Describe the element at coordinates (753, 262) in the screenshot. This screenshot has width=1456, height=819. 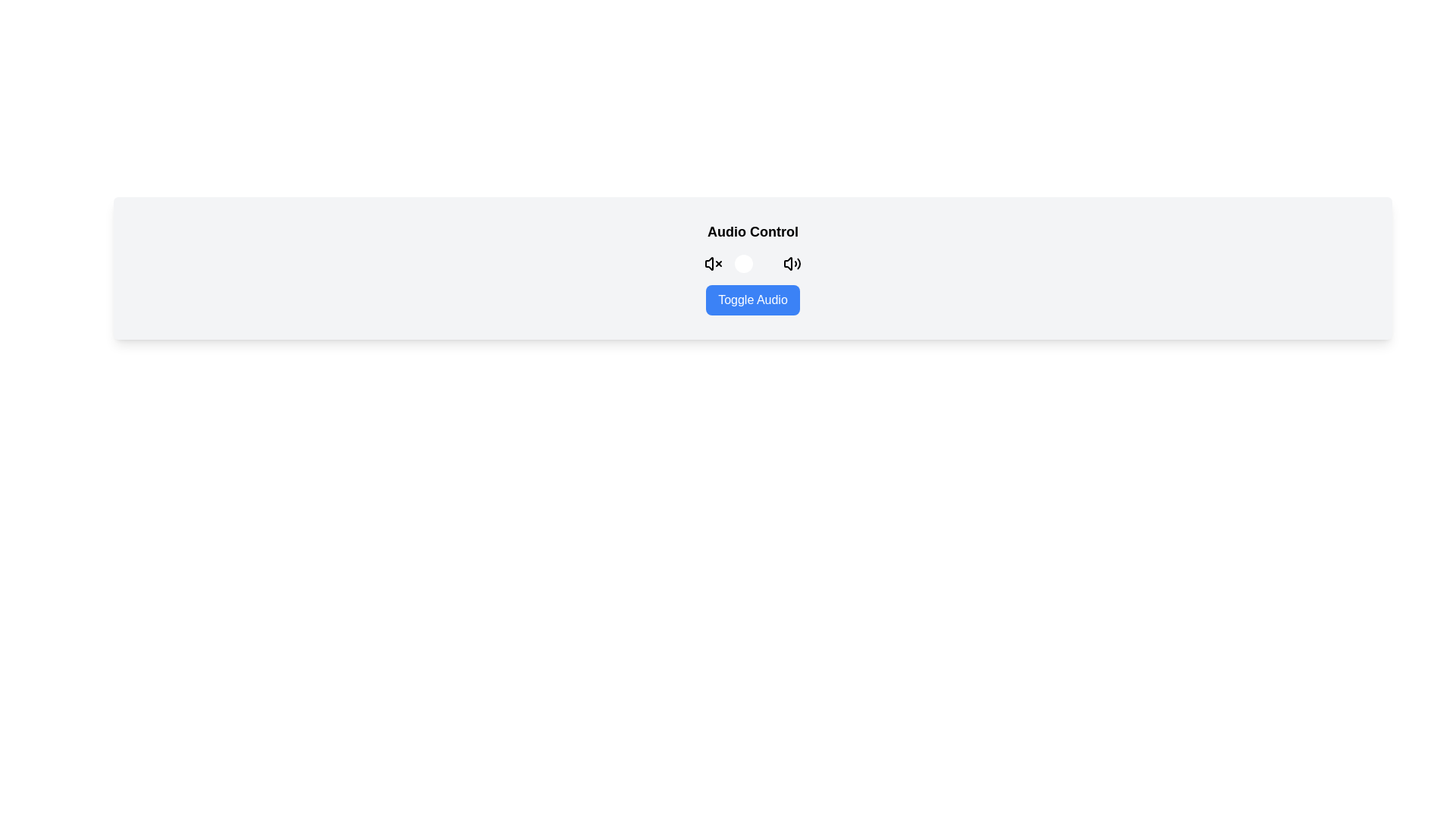
I see `the toggle button to switch between mute and unmute states` at that location.